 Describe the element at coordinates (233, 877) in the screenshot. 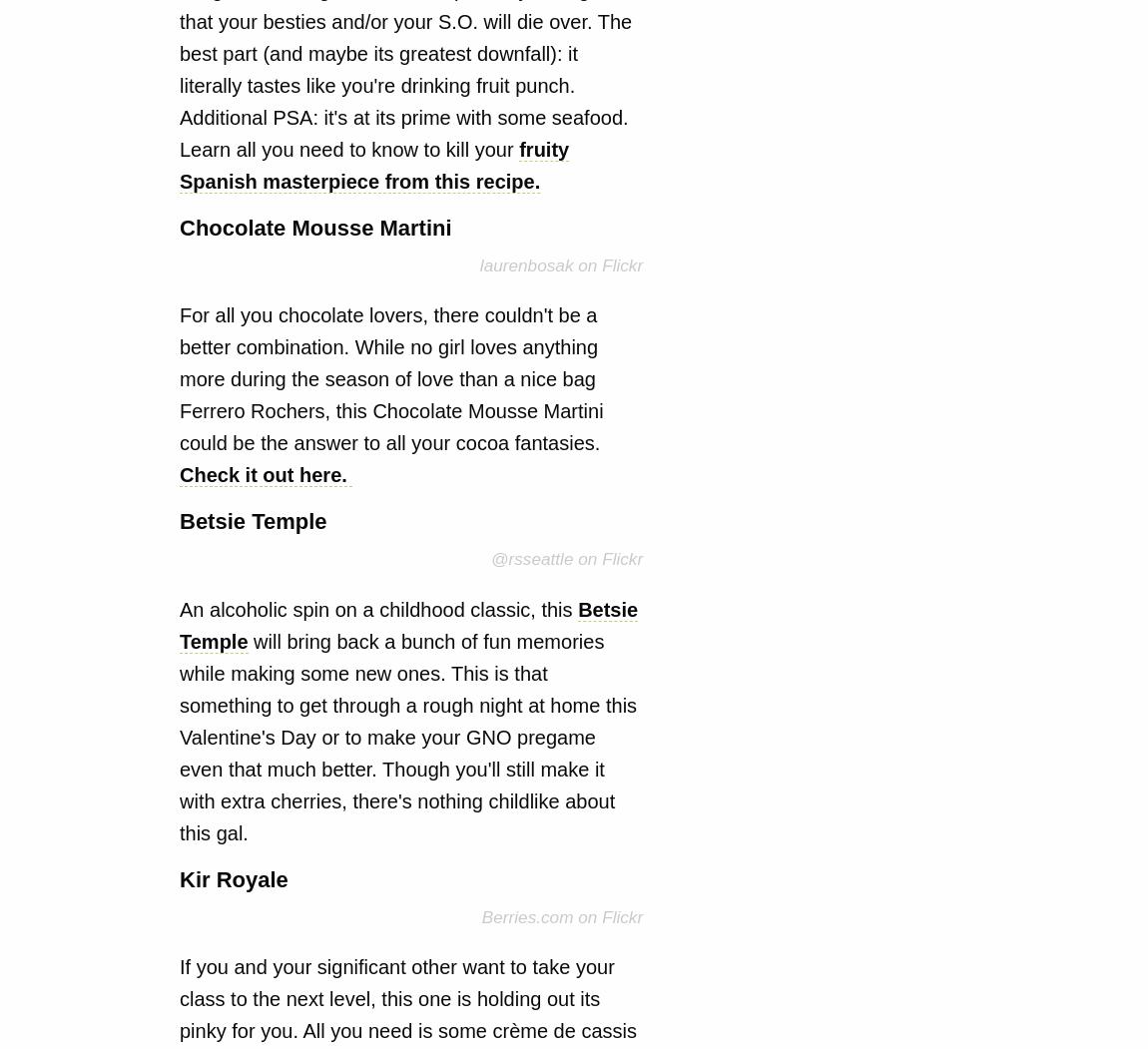

I see `'Kir Royale'` at that location.